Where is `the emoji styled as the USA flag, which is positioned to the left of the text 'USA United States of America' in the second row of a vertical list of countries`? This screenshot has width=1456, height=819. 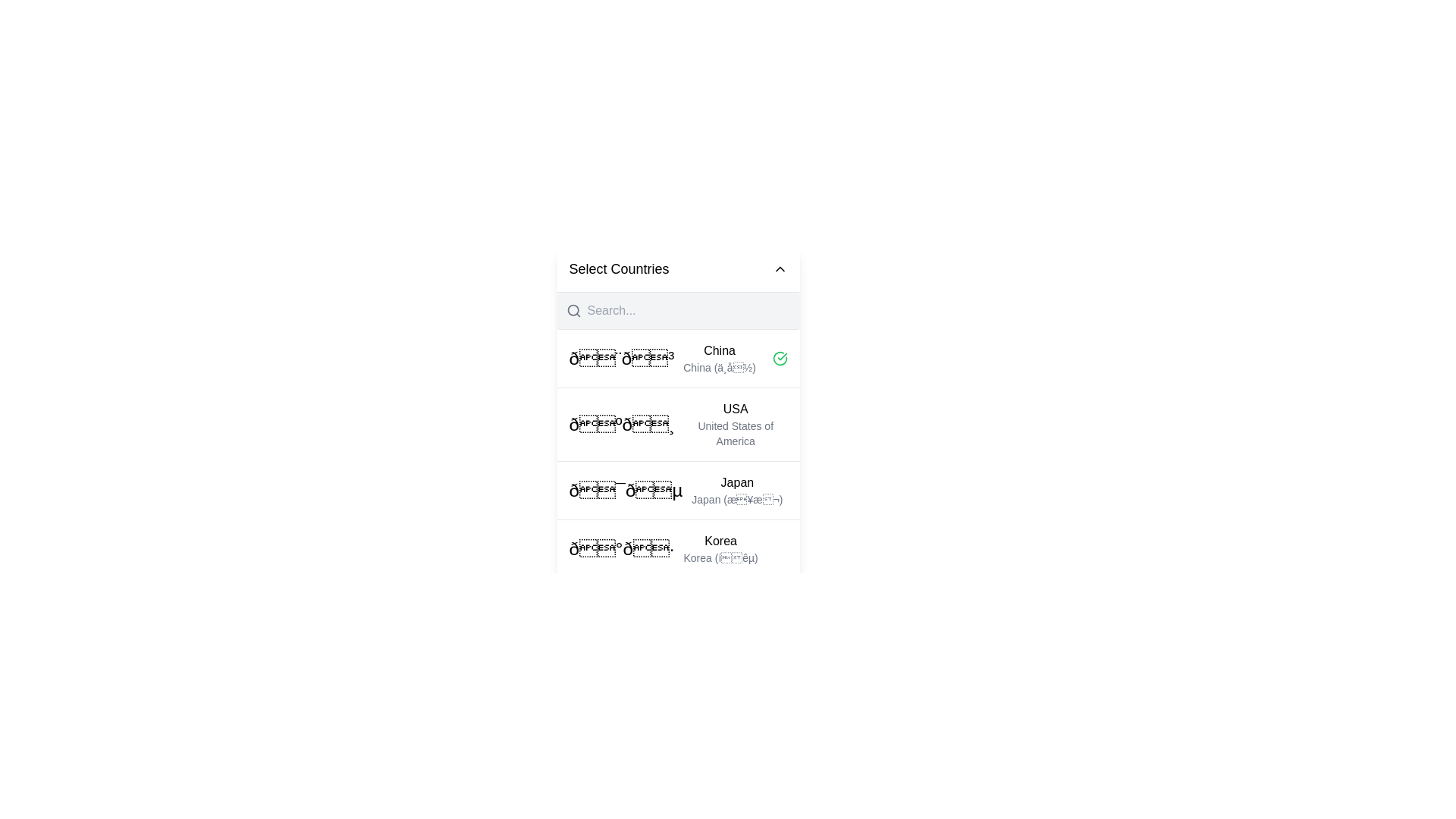 the emoji styled as the USA flag, which is positioned to the left of the text 'USA United States of America' in the second row of a vertical list of countries is located at coordinates (622, 424).